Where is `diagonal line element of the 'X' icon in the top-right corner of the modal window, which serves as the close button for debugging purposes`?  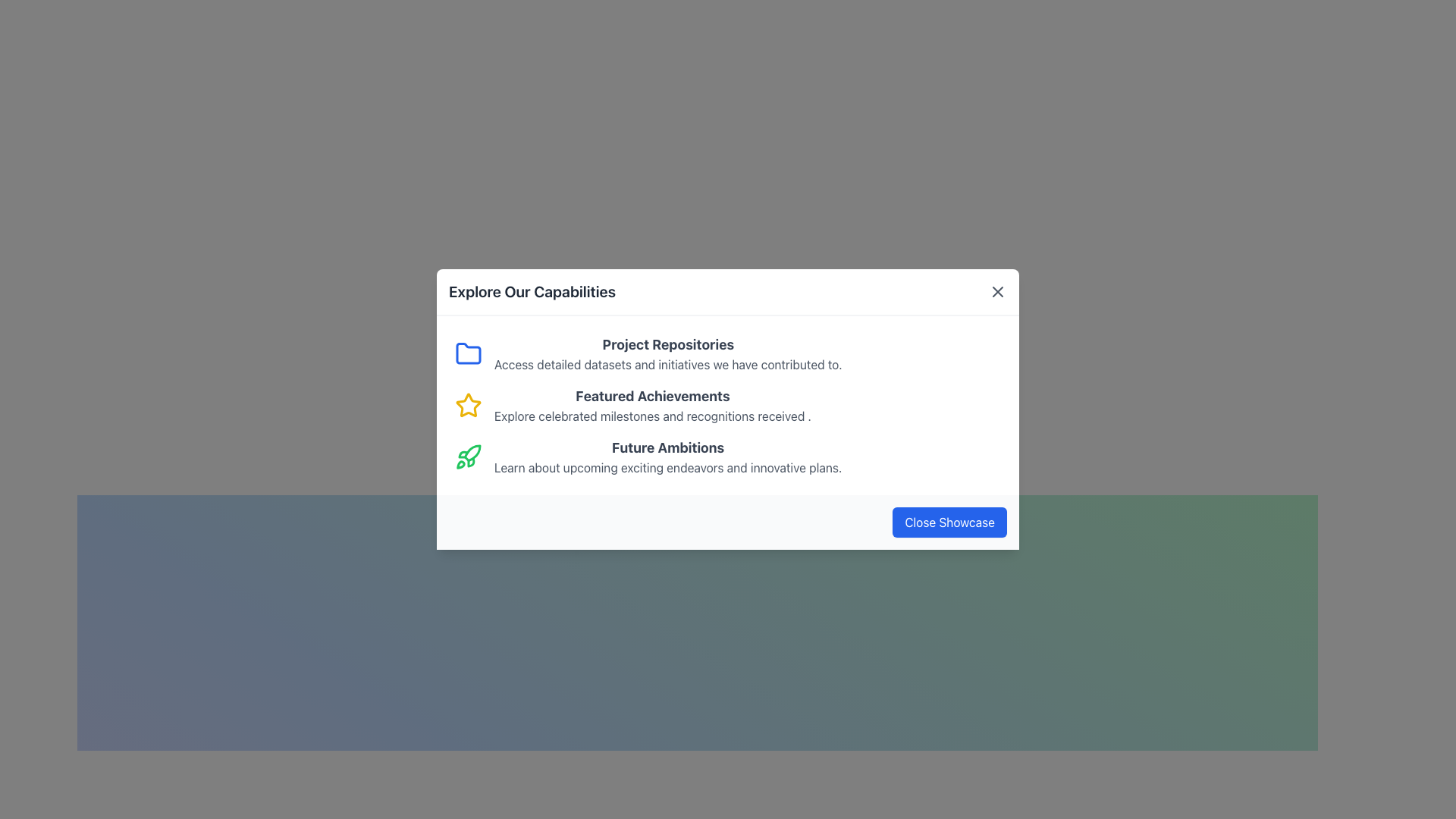
diagonal line element of the 'X' icon in the top-right corner of the modal window, which serves as the close button for debugging purposes is located at coordinates (997, 292).